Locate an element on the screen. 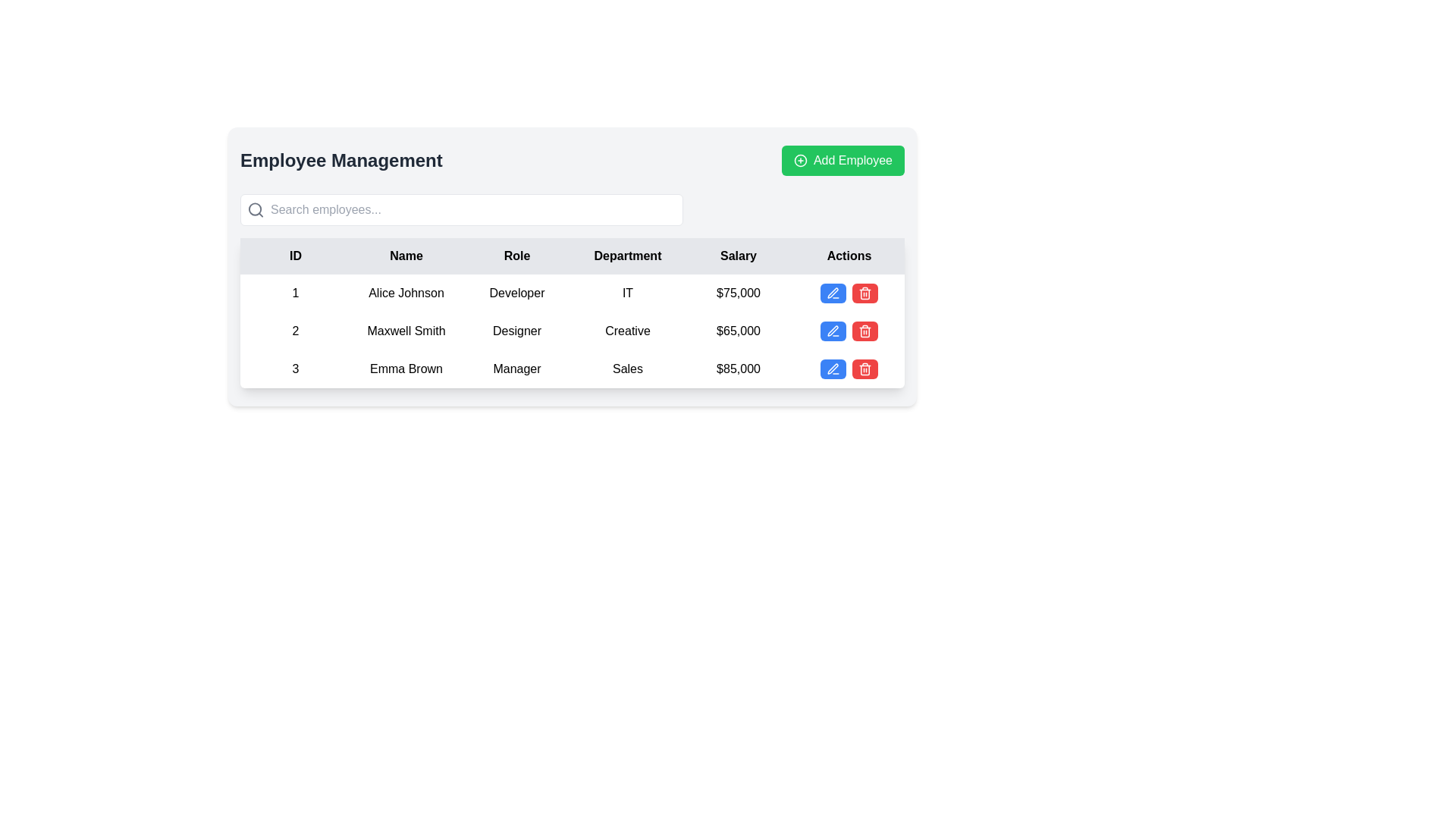 This screenshot has width=1456, height=819. the rightmost button in the 'Actions' column of the employee table is located at coordinates (865, 330).